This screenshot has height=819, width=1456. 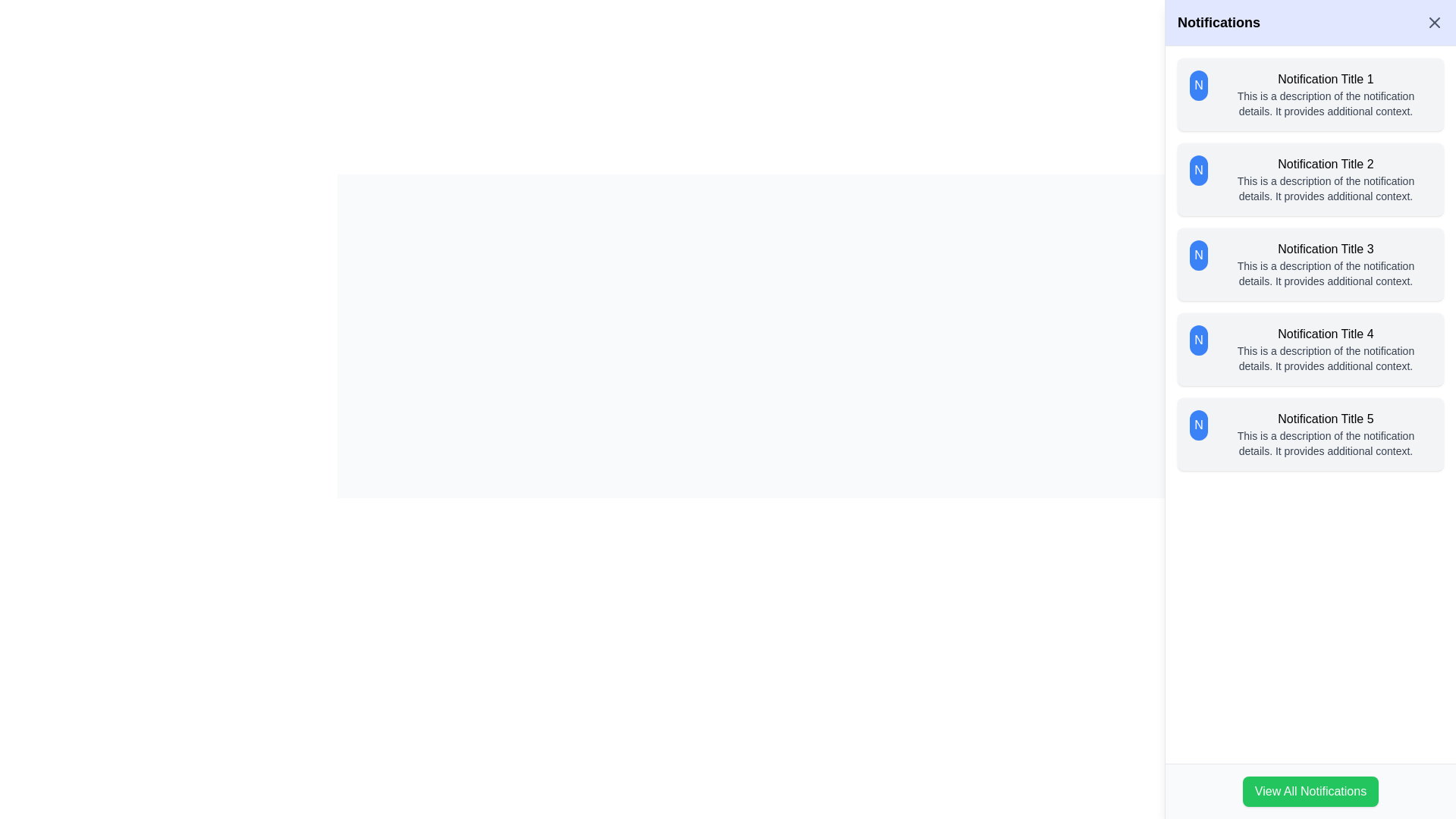 What do you see at coordinates (1325, 274) in the screenshot?
I see `the descriptive text in the third notification item below the title 'Notification Title 3' on the right side of the interface` at bounding box center [1325, 274].